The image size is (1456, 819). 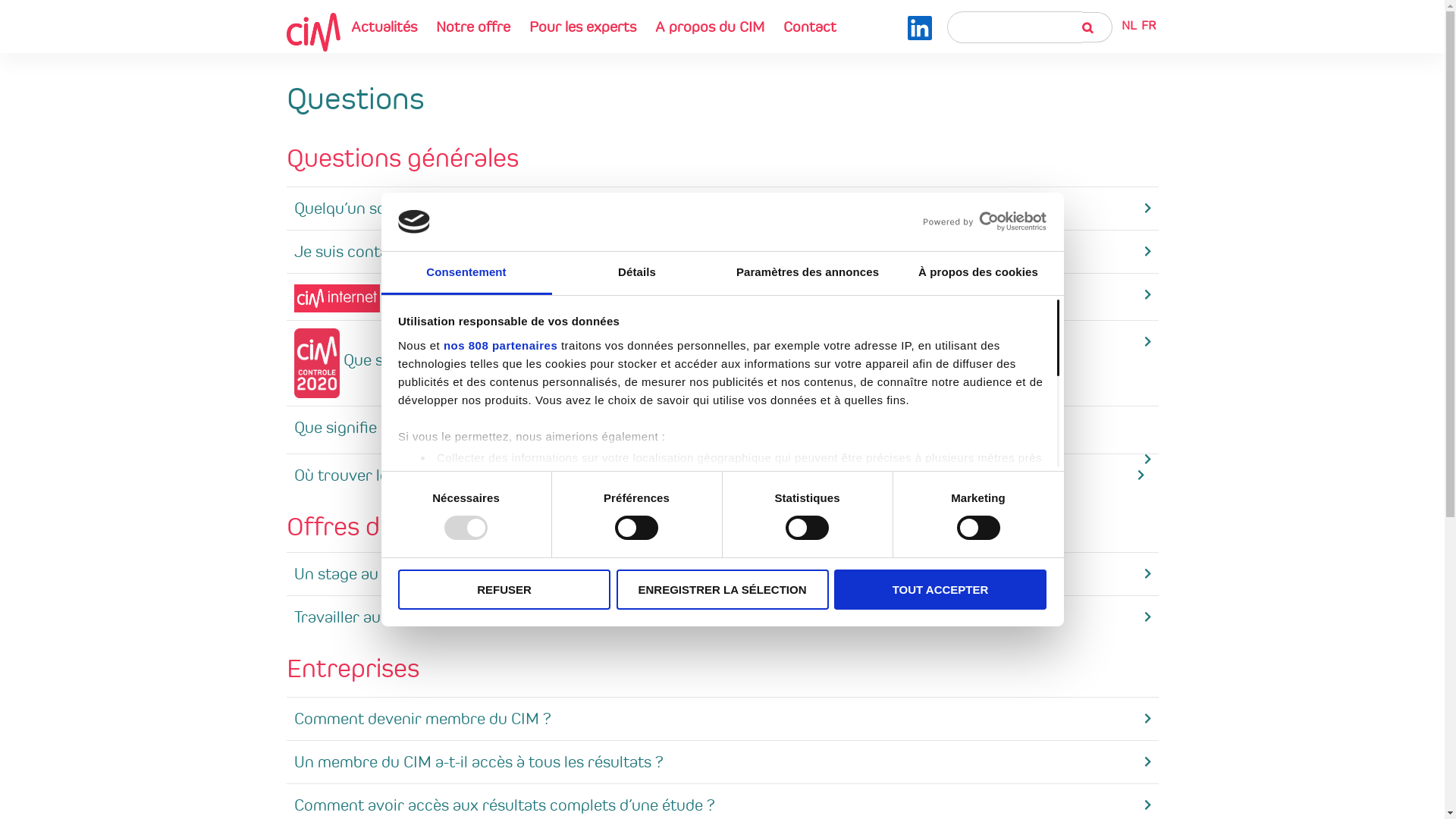 I want to click on 'A propos du CIM', so click(x=708, y=26).